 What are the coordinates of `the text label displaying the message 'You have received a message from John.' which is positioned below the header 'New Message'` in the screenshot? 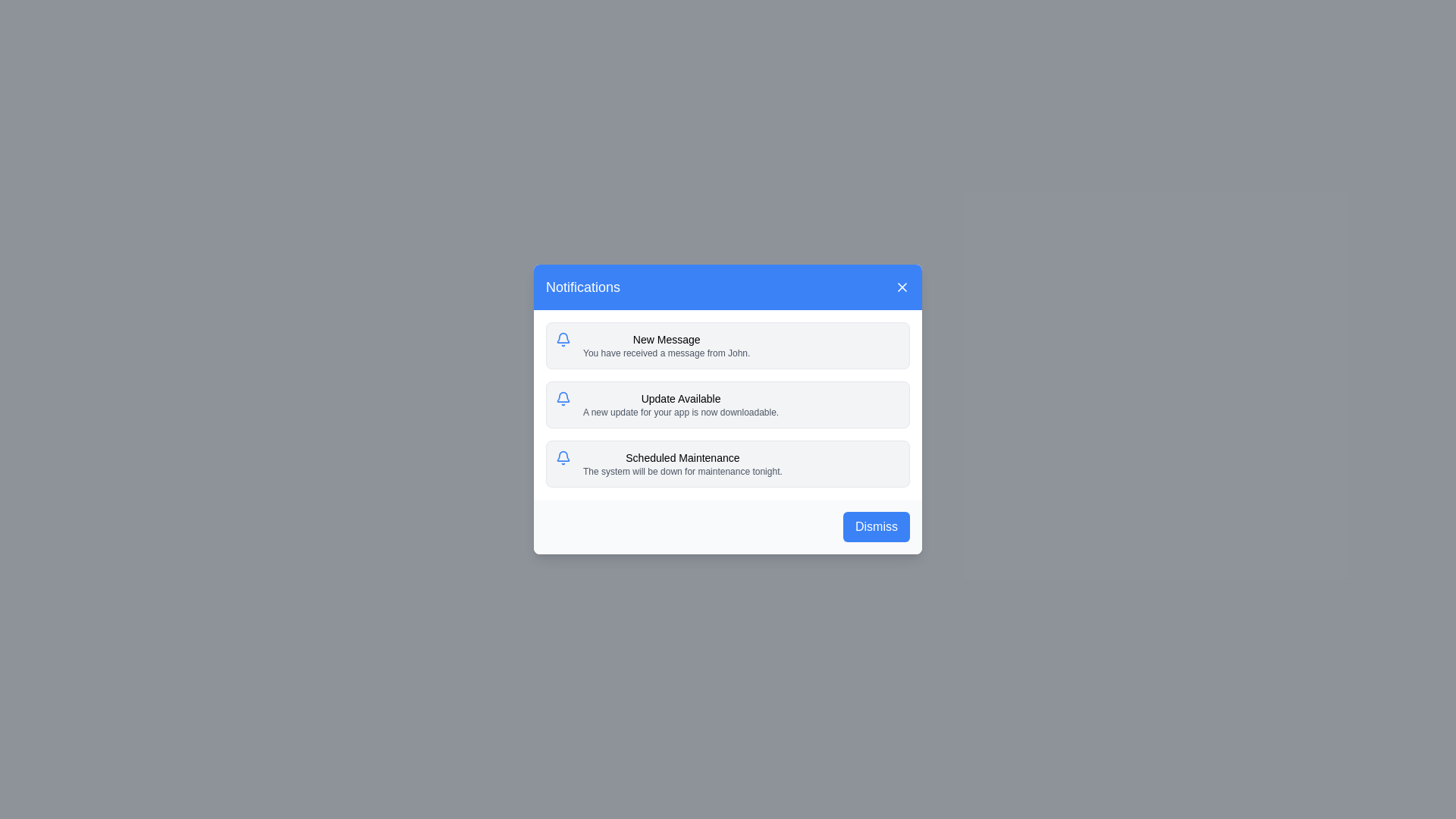 It's located at (667, 353).